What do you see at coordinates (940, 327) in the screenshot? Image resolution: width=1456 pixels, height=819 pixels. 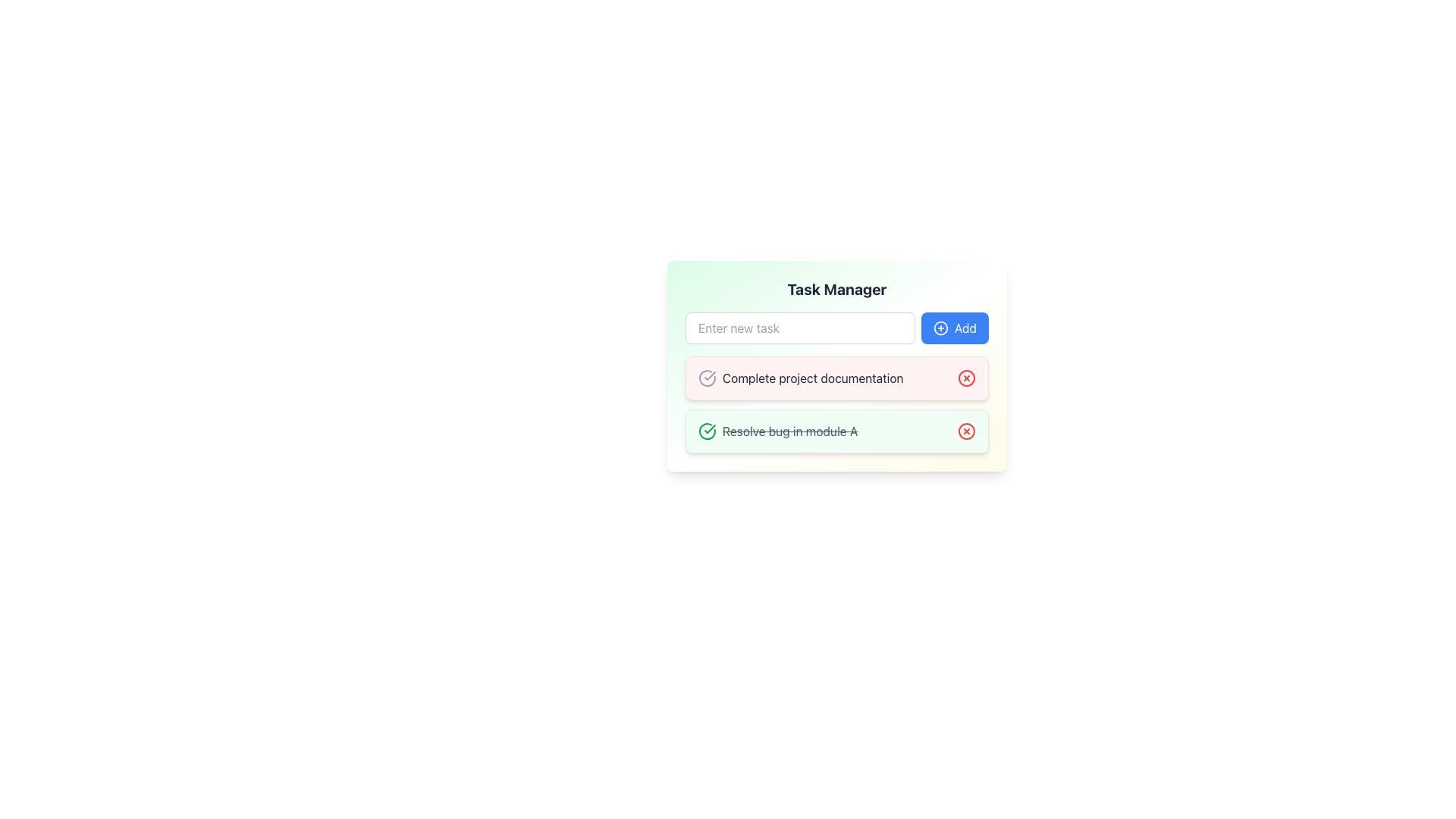 I see `the small circular plus icon within the blue 'Add' button` at bounding box center [940, 327].